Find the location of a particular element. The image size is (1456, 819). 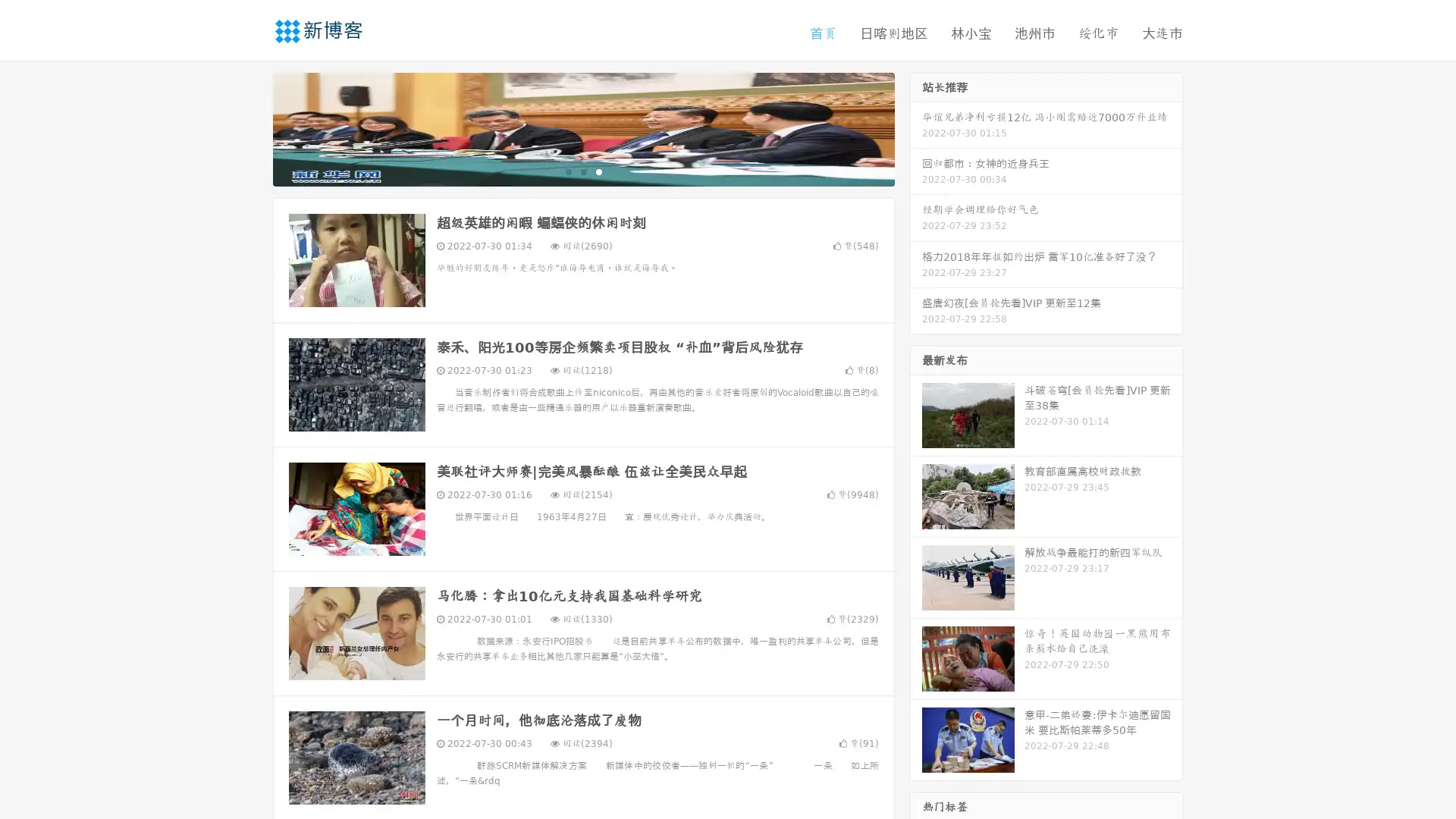

Go to slide 2 is located at coordinates (582, 171).